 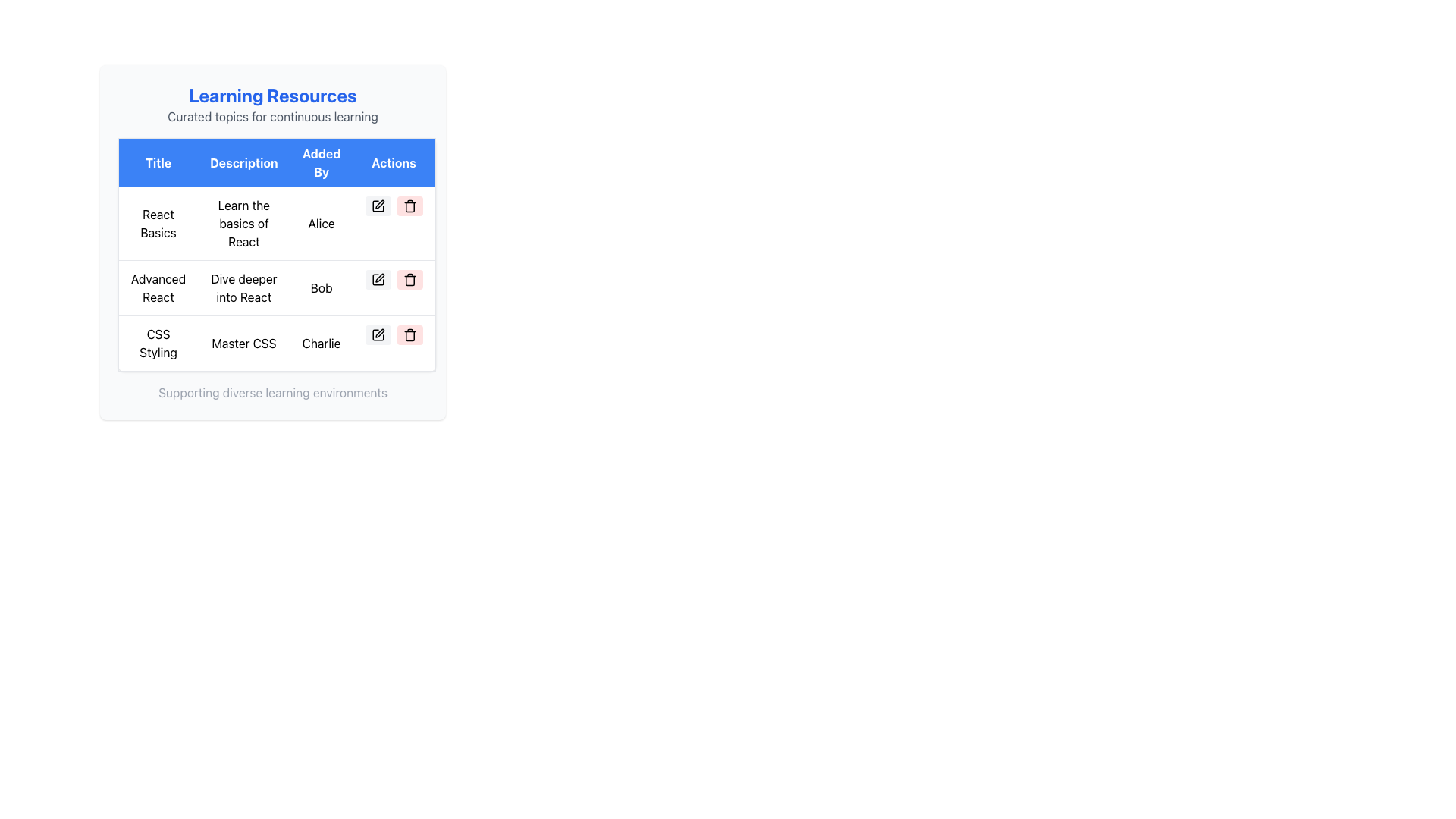 What do you see at coordinates (409, 335) in the screenshot?
I see `the trash can icon in the 'Actions' column of the third row of the table in the Learning Resources section` at bounding box center [409, 335].